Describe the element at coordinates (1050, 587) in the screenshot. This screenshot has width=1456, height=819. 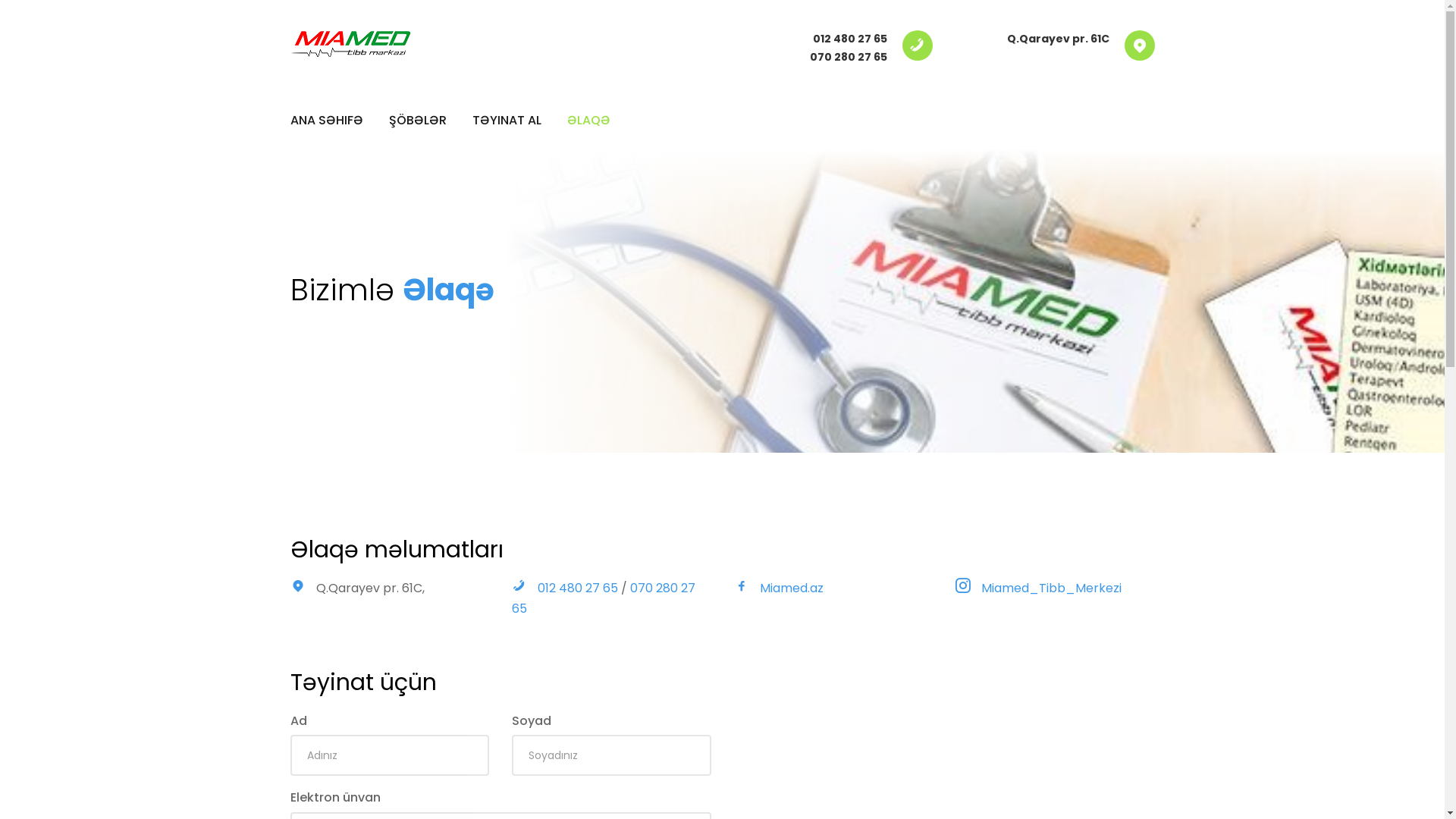
I see `'Miamed_Tibb_Merkezi'` at that location.